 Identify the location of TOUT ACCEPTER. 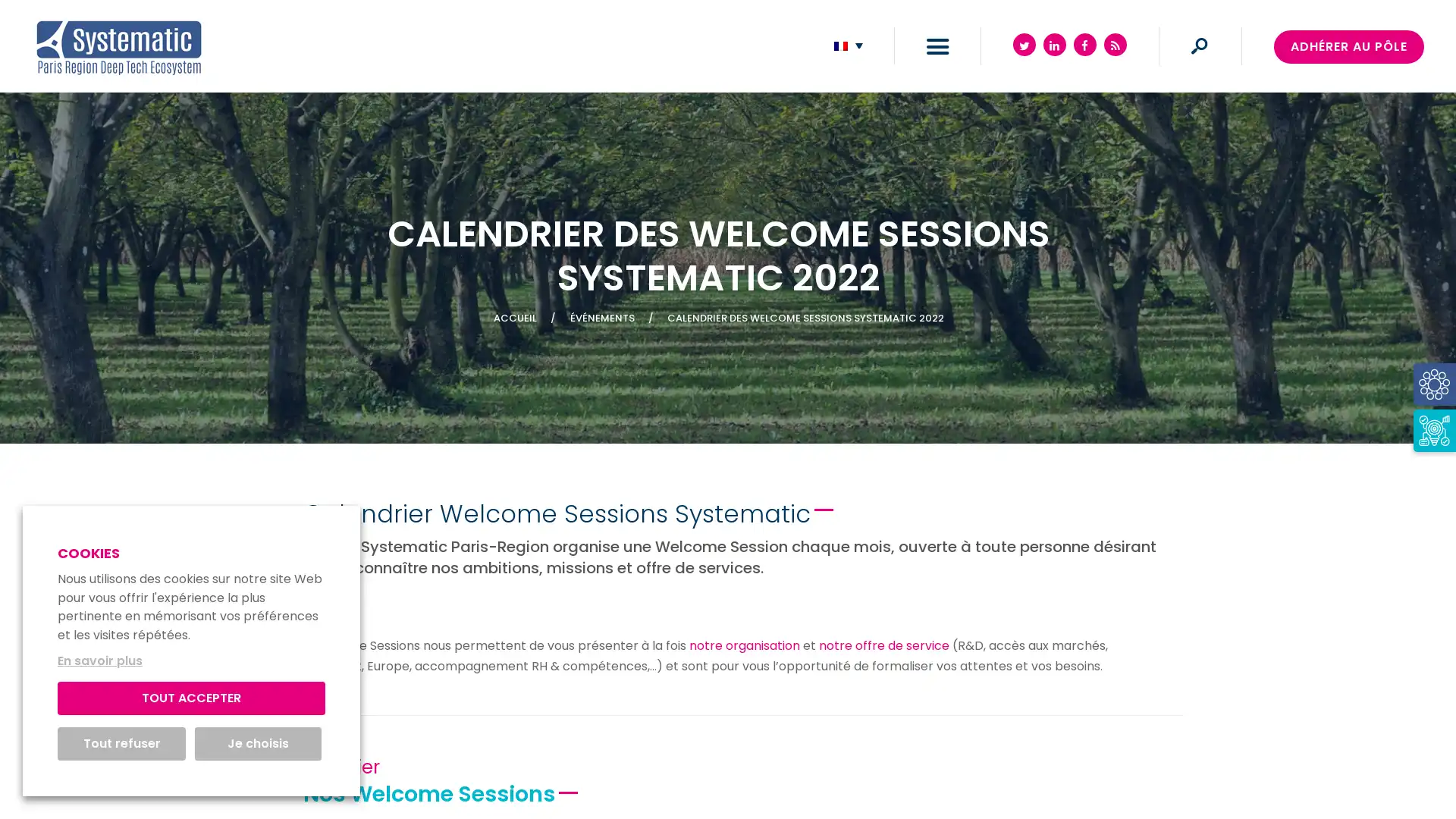
(190, 698).